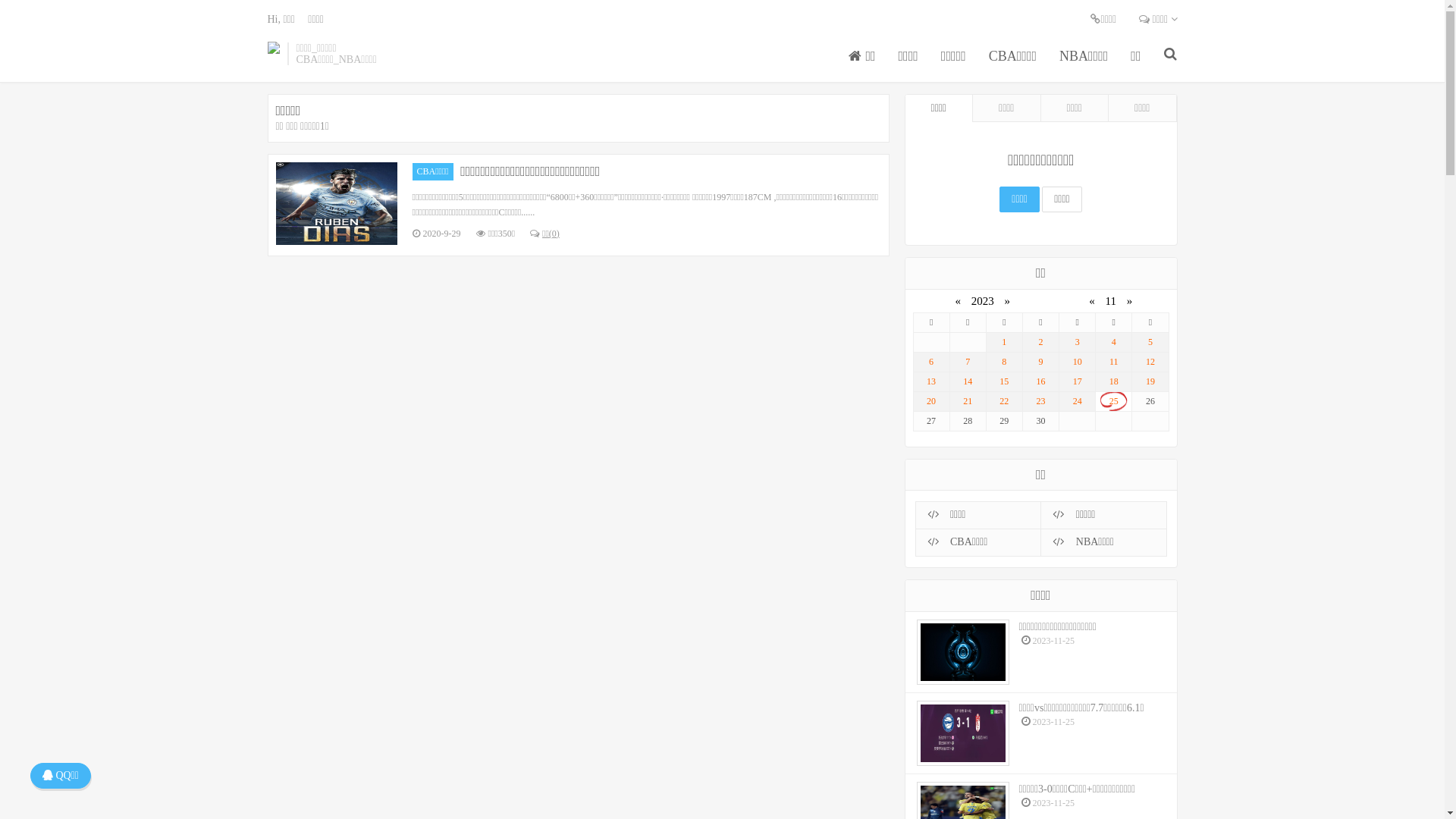  I want to click on '6', so click(930, 362).